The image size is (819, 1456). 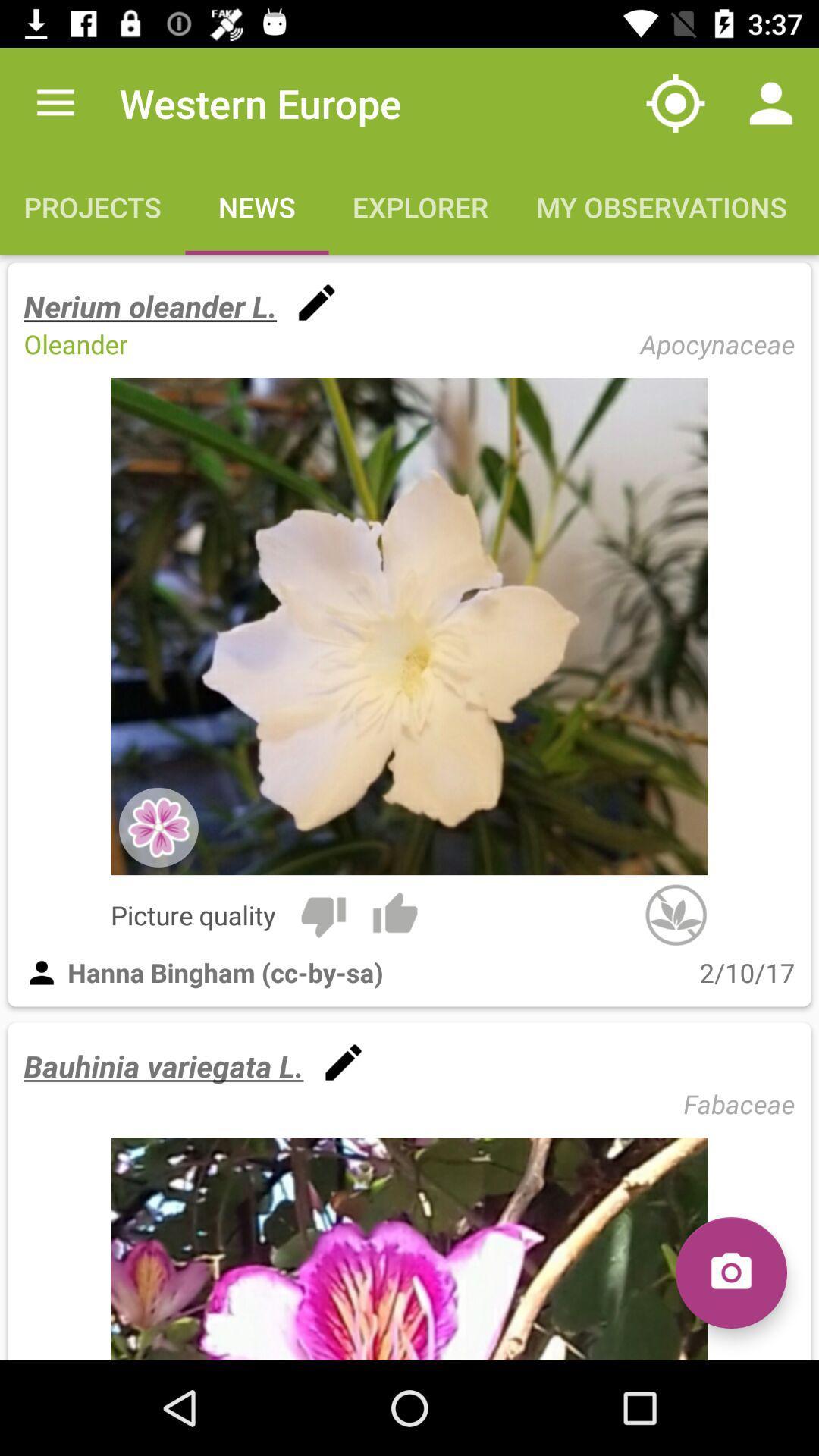 I want to click on icon above the projects item, so click(x=55, y=102).